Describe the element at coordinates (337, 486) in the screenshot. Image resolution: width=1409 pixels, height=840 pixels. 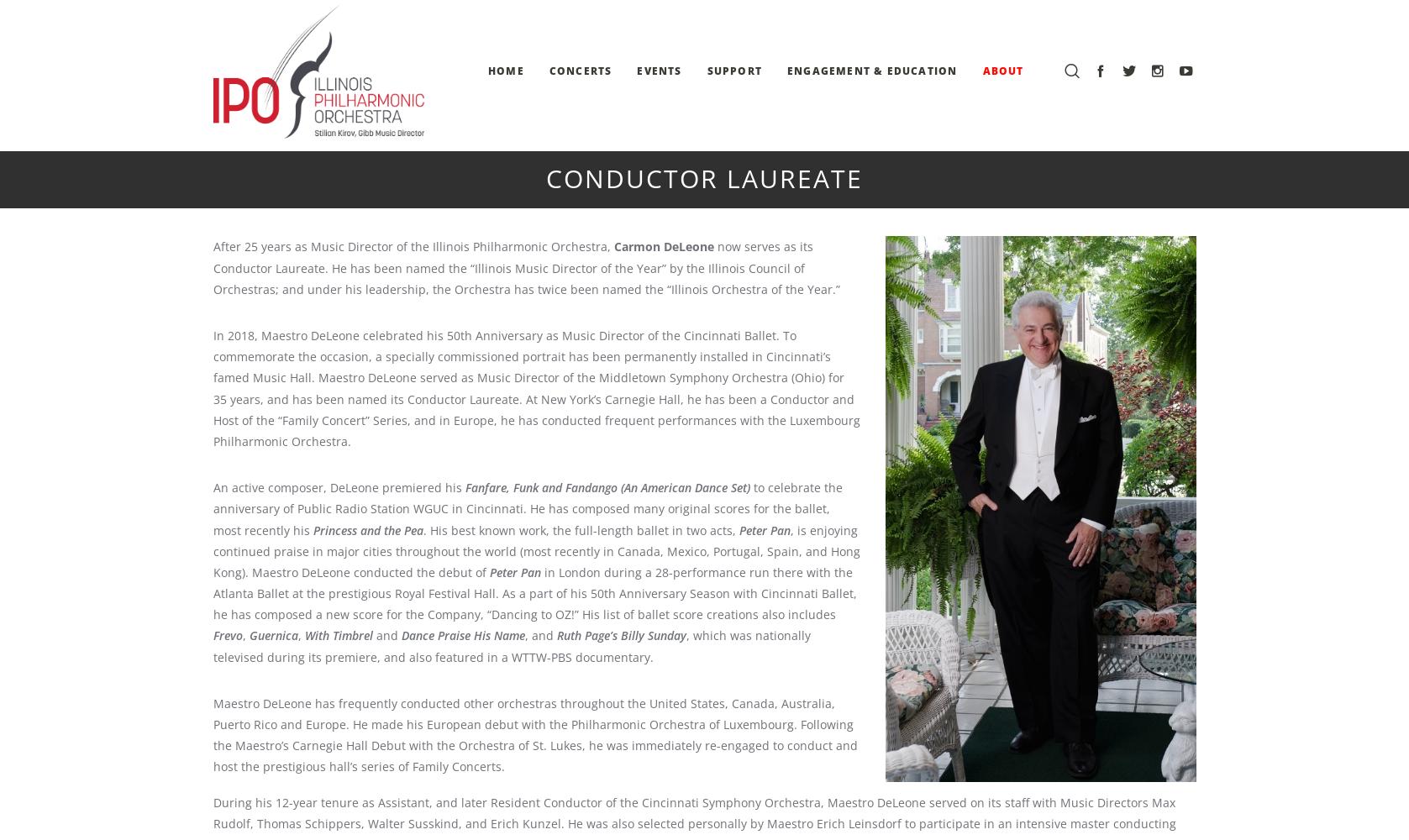
I see `'An active composer, DeLeone premiered his'` at that location.